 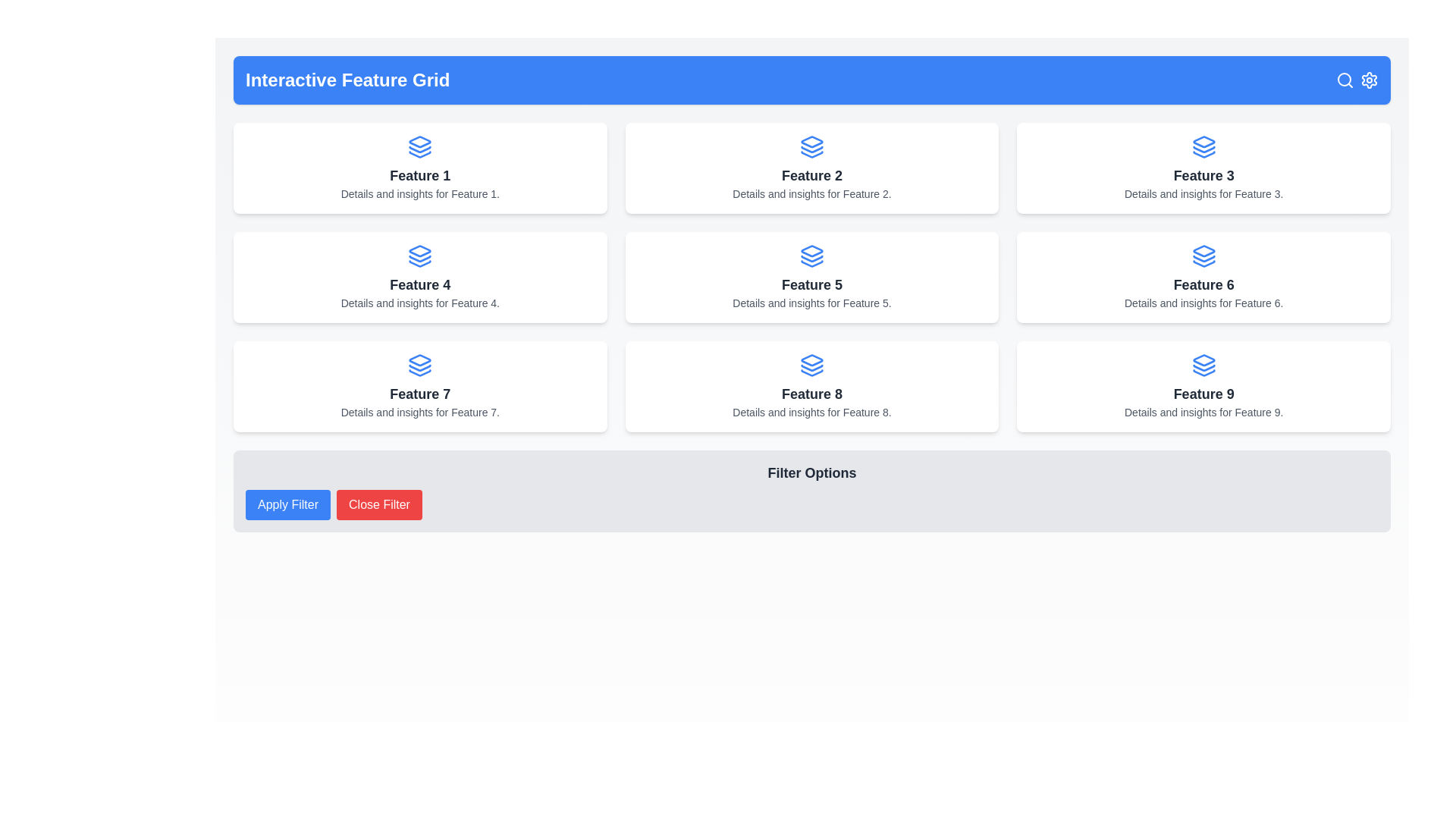 I want to click on the 'Close Filter' button, which has rounded corners and white text on a red background, located, so click(x=379, y=505).